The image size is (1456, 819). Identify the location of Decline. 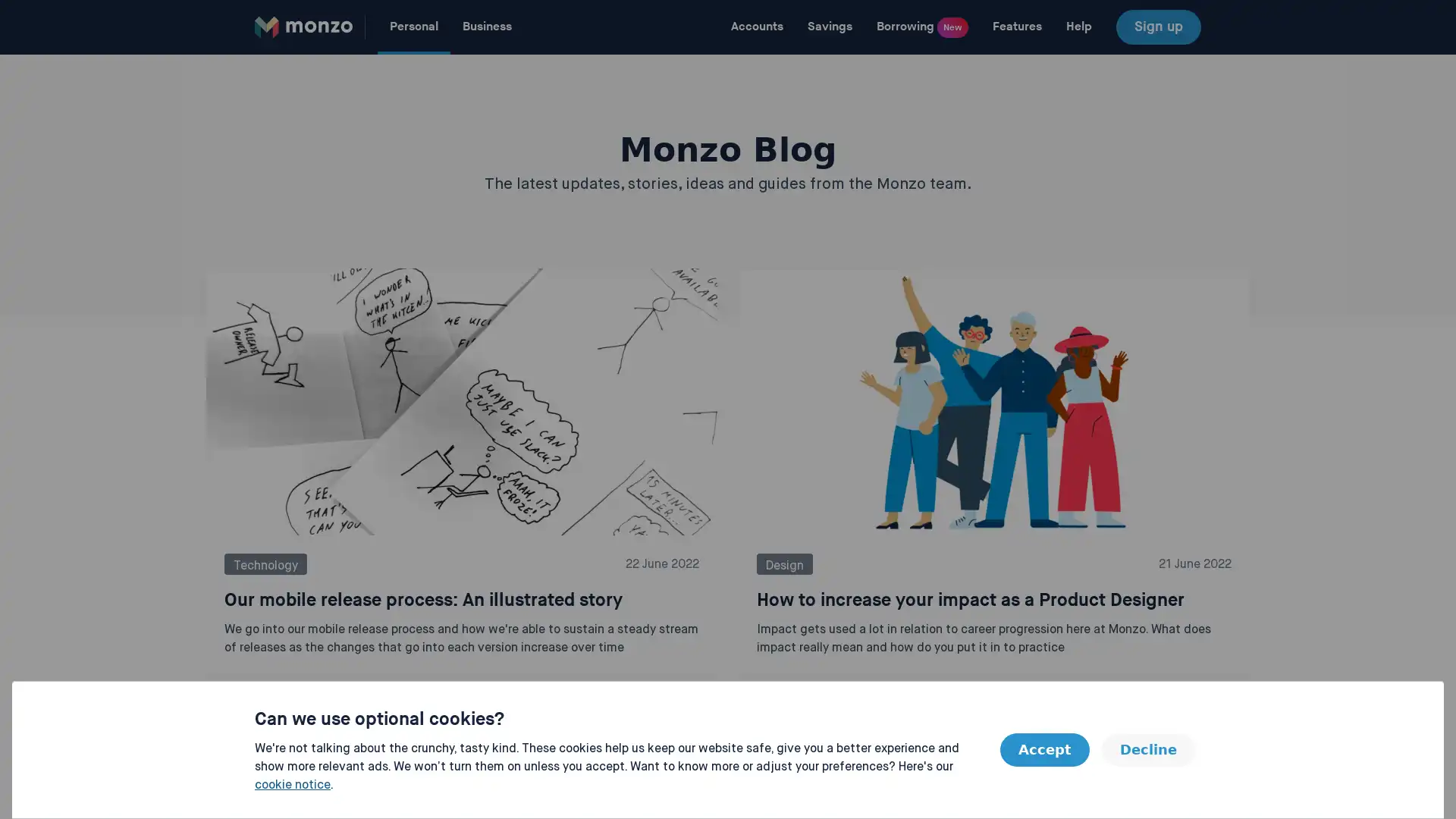
(1148, 748).